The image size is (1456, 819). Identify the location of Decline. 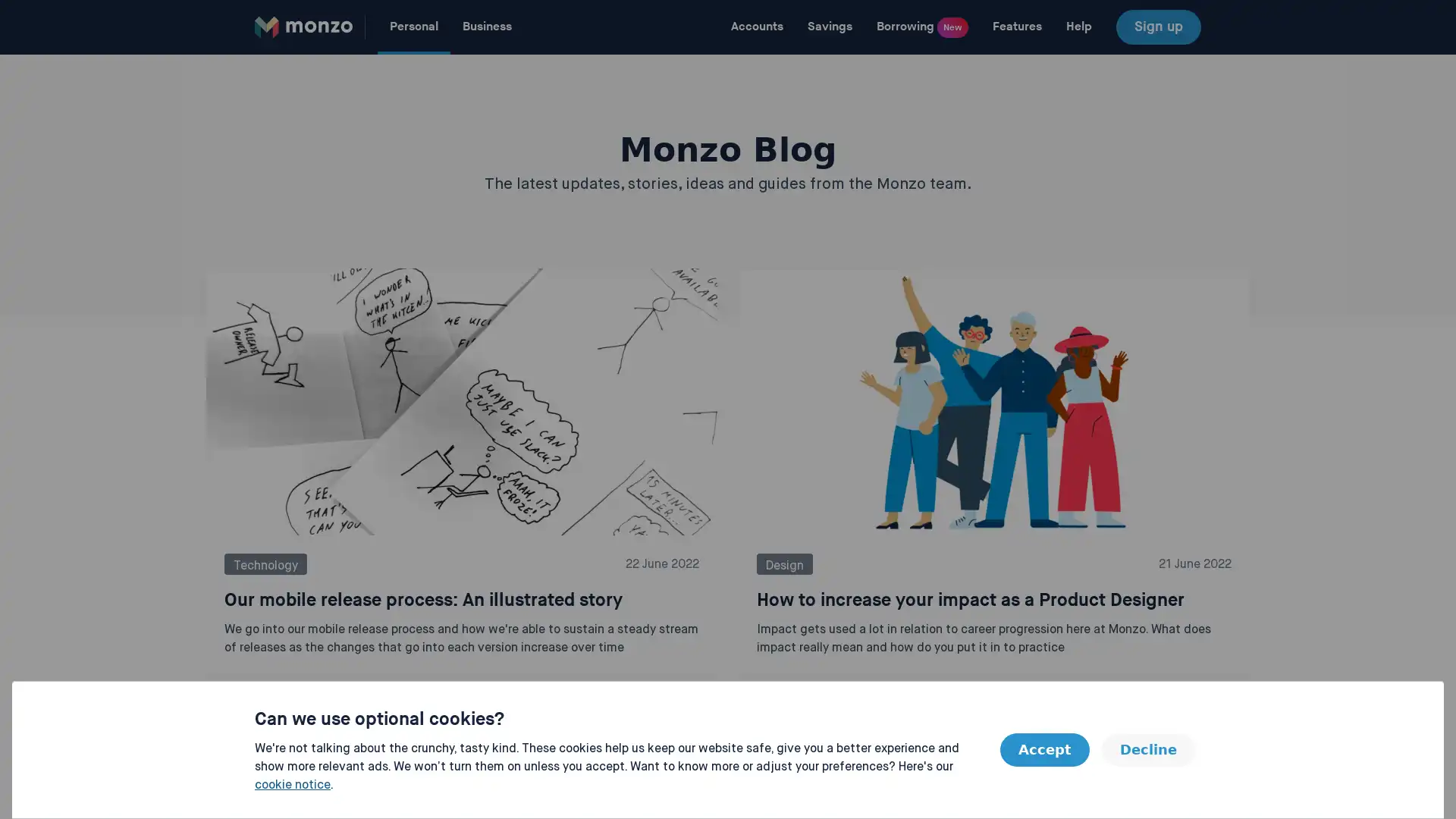
(1148, 748).